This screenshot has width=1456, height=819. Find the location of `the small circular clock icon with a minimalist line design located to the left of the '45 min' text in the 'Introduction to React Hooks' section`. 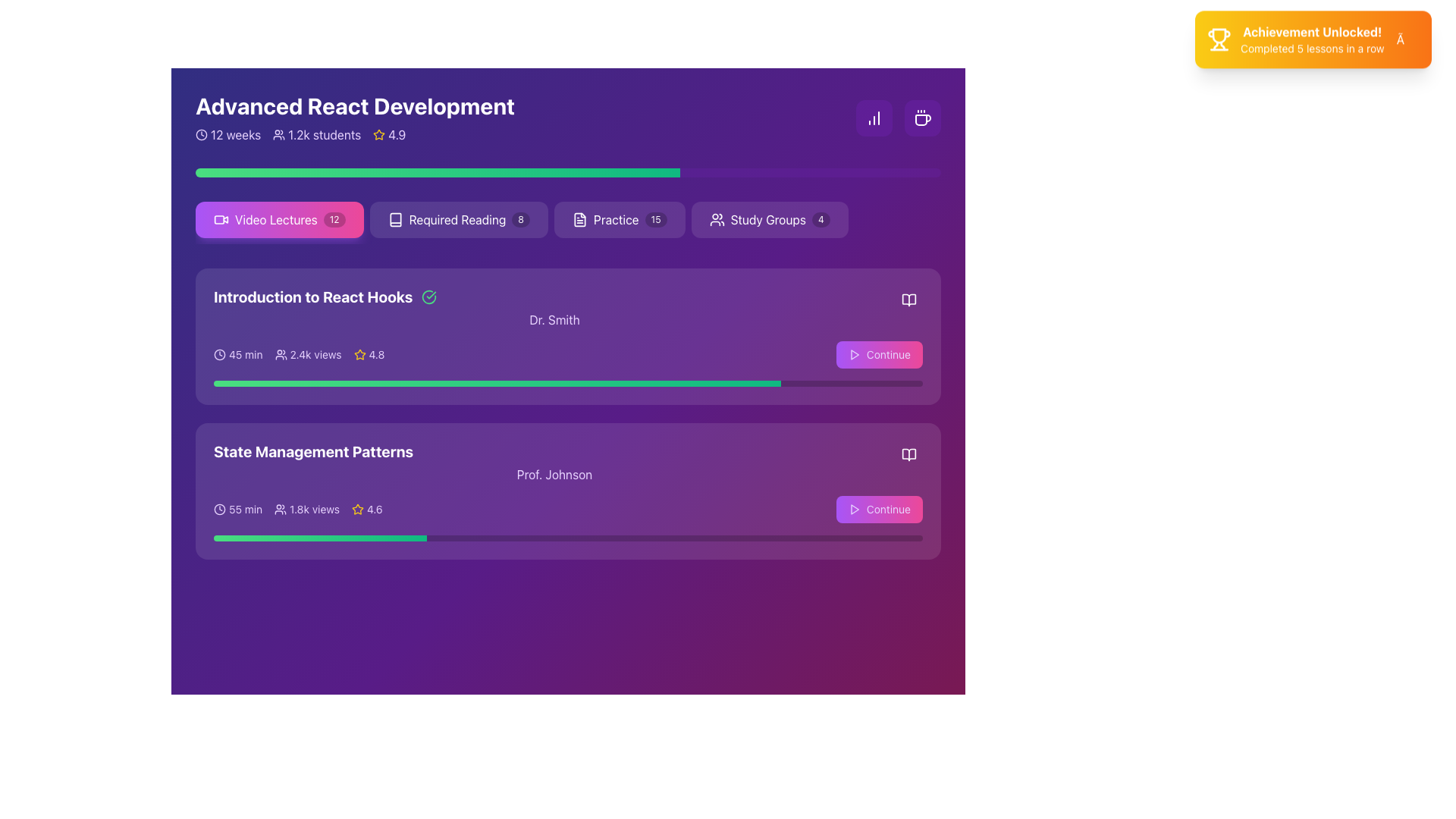

the small circular clock icon with a minimalist line design located to the left of the '45 min' text in the 'Introduction to React Hooks' section is located at coordinates (218, 354).